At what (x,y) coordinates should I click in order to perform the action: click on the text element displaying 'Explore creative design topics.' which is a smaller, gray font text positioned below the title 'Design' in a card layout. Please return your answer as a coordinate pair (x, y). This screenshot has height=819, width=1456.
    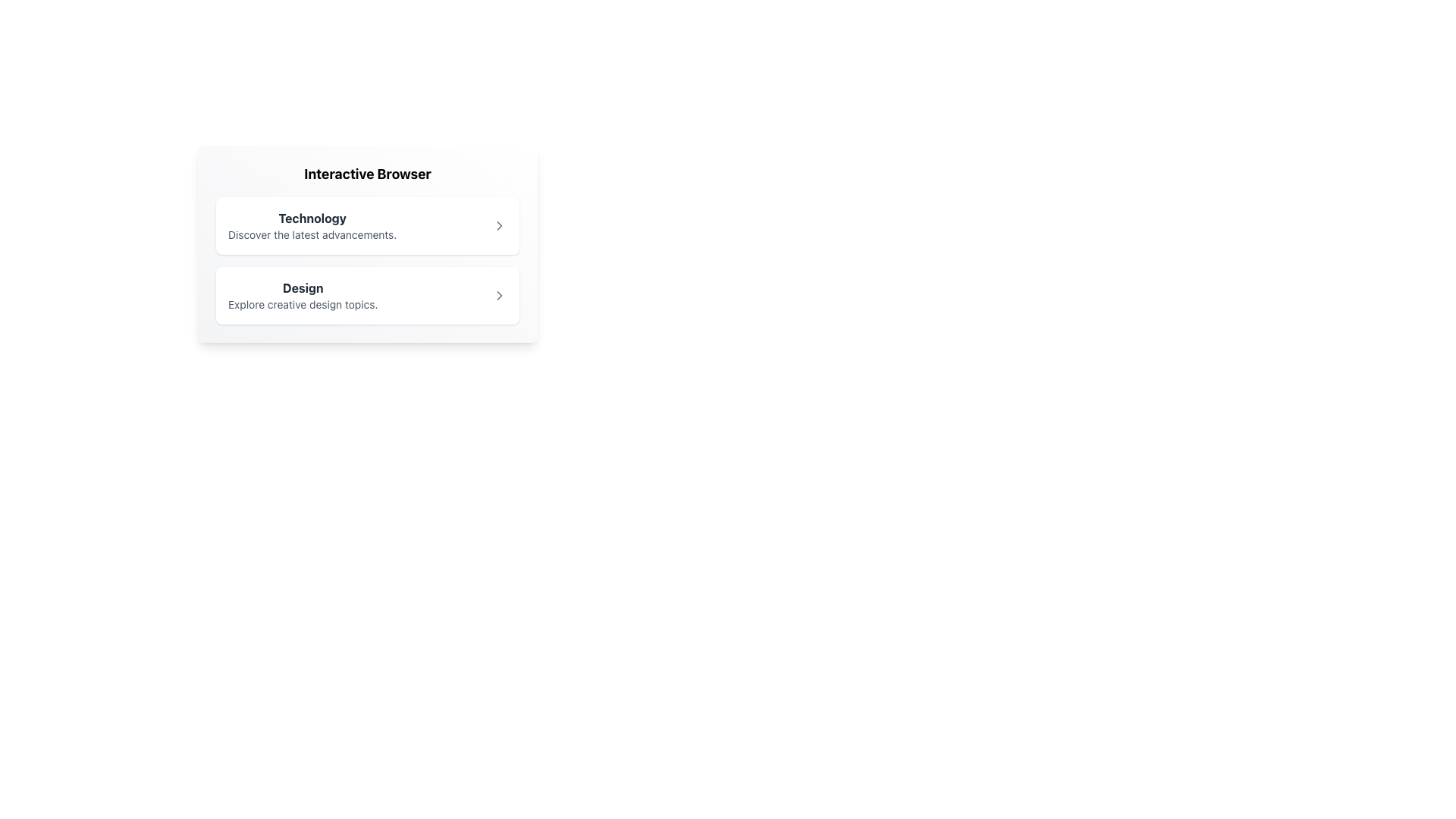
    Looking at the image, I should click on (303, 304).